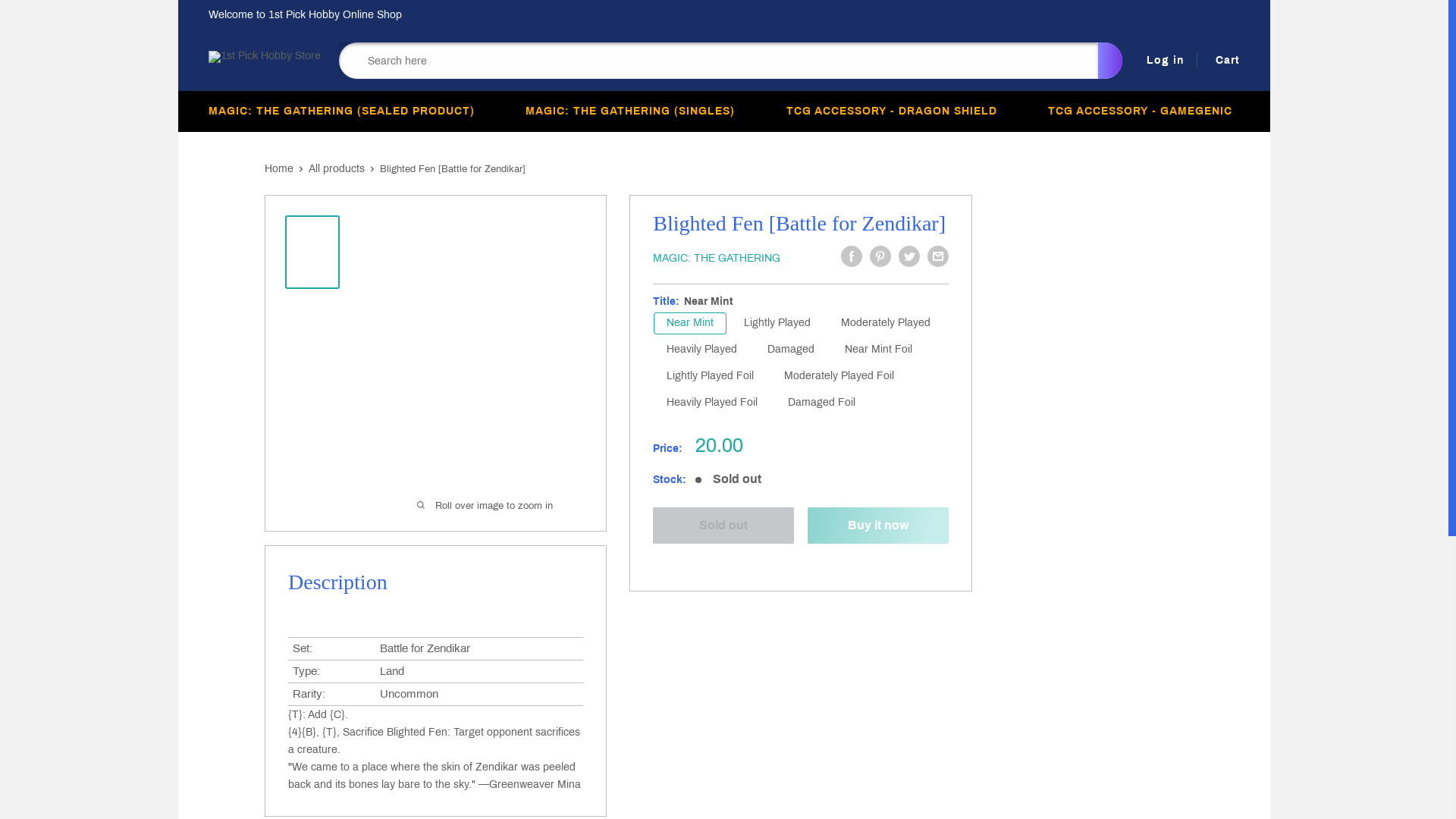 The image size is (1456, 819). What do you see at coordinates (633, 110) in the screenshot?
I see `'MAGIC: THE GATHERING (SINGLES)  '` at bounding box center [633, 110].